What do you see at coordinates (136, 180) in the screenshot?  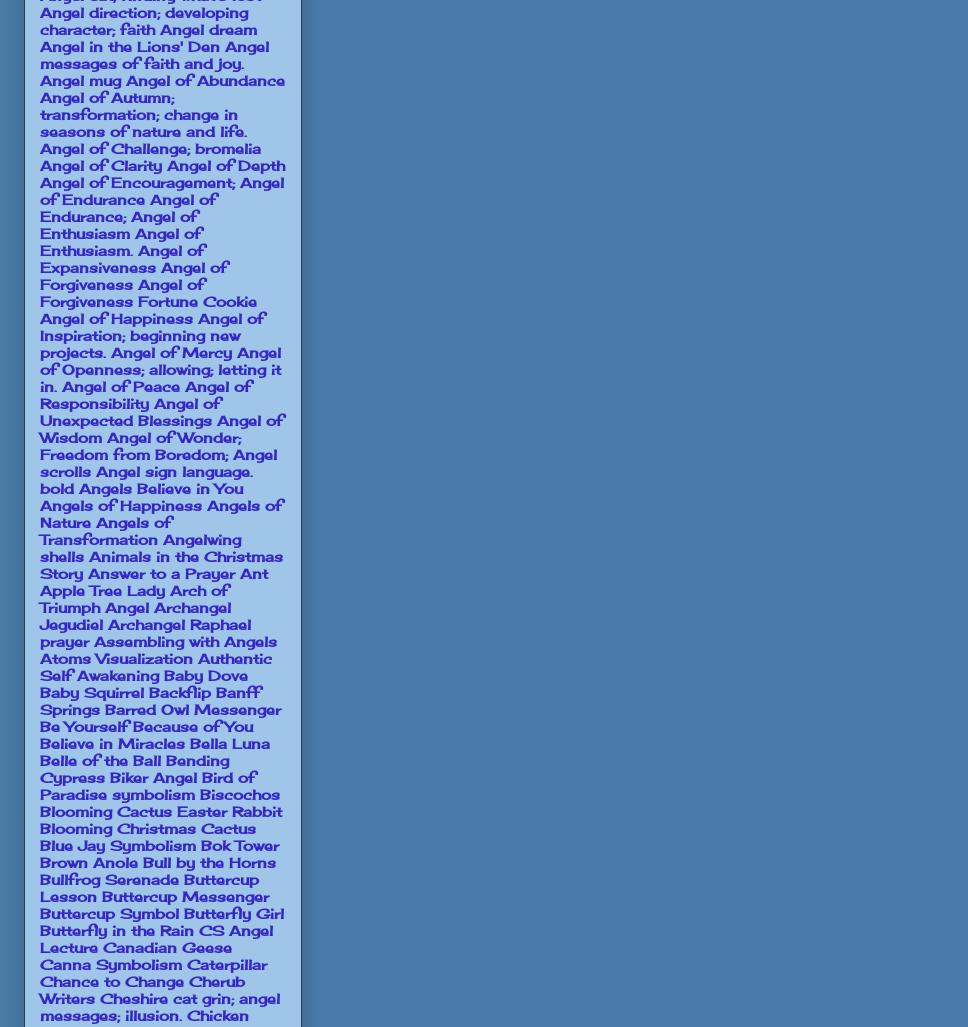 I see `'Angel of Encouragement;'` at bounding box center [136, 180].